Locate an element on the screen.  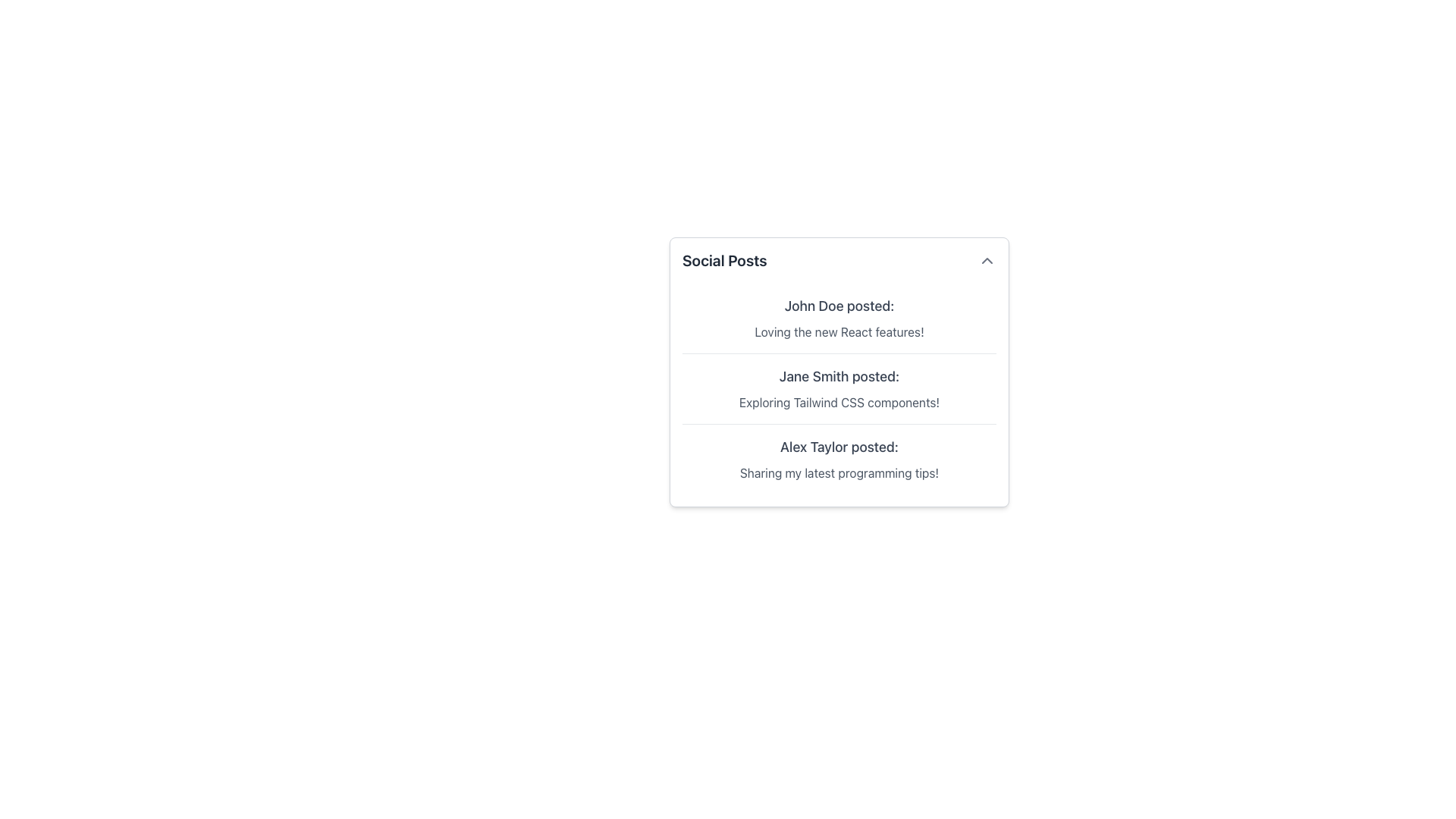
the text element serving as a header for 'Jane Smith', located beneath 'Social Posts' and above 'Exploring Tailwind CSS components!' is located at coordinates (839, 376).